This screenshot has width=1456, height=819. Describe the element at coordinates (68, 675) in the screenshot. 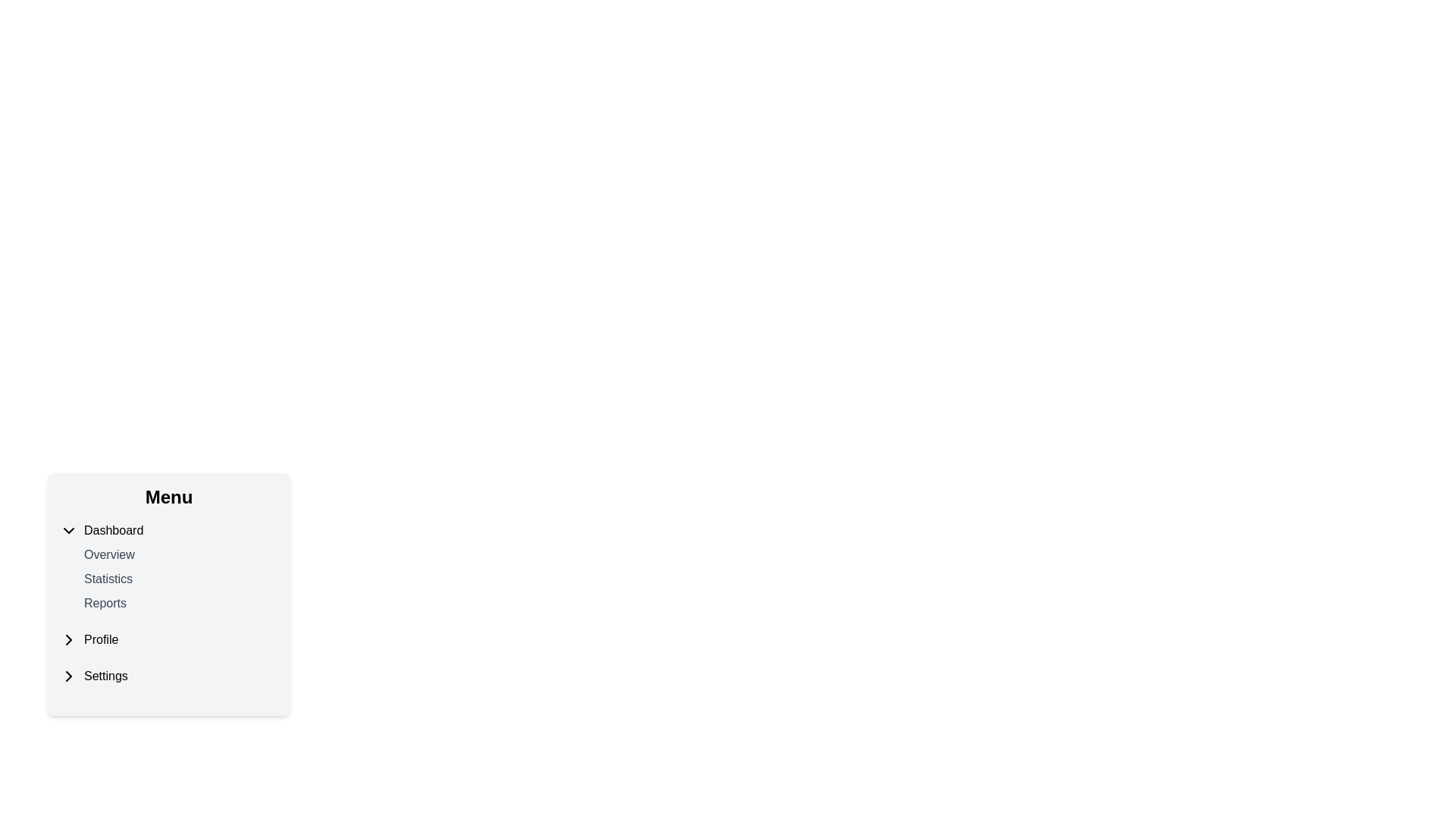

I see `the rightward-facing chevron icon next to the 'Settings' label in the vertical menu` at that location.